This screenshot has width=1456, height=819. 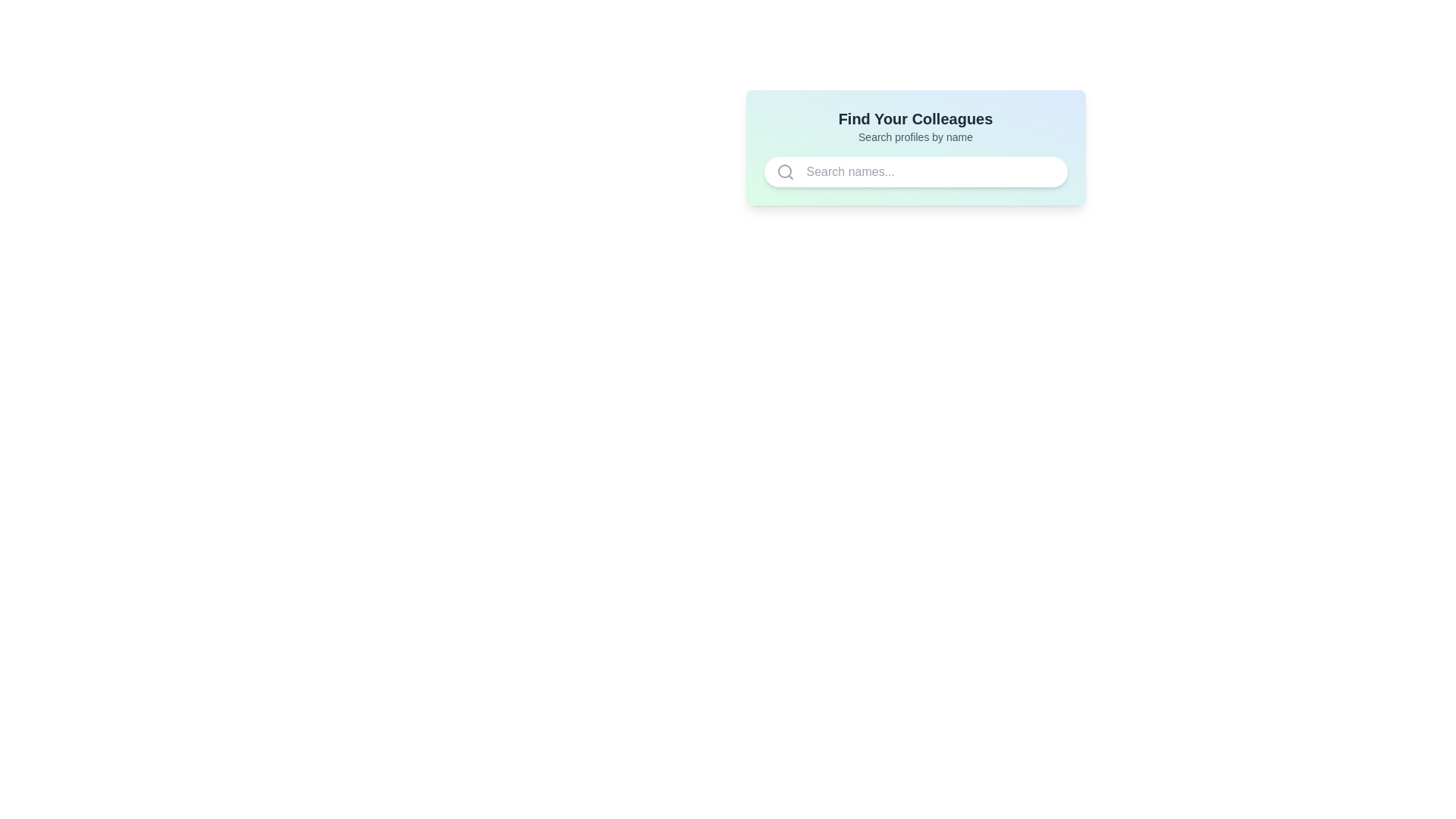 I want to click on the search icon located within the search interface card that allows users to search for names, so click(x=915, y=148).